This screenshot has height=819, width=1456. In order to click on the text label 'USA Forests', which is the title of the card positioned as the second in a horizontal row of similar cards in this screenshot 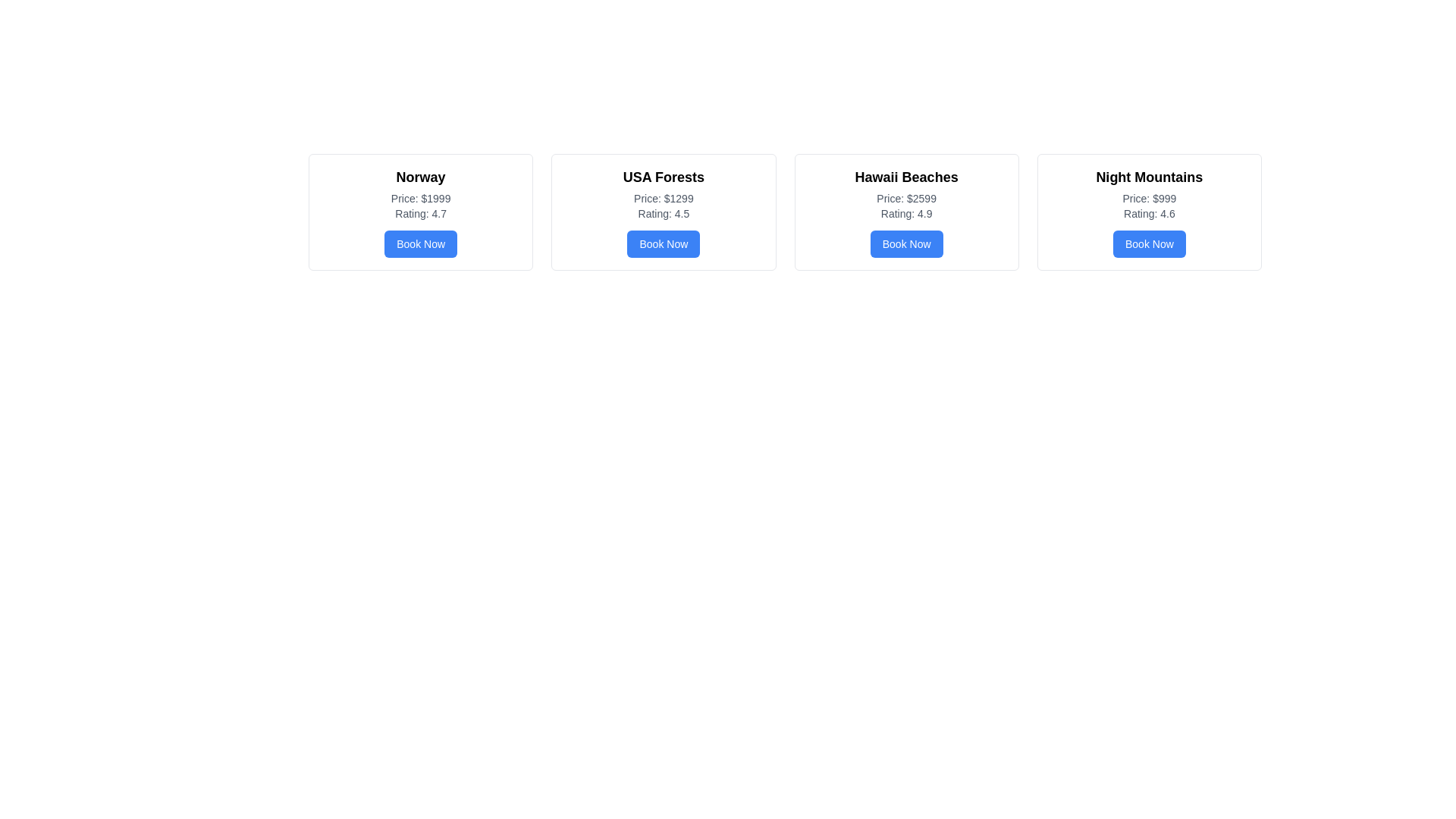, I will do `click(664, 177)`.